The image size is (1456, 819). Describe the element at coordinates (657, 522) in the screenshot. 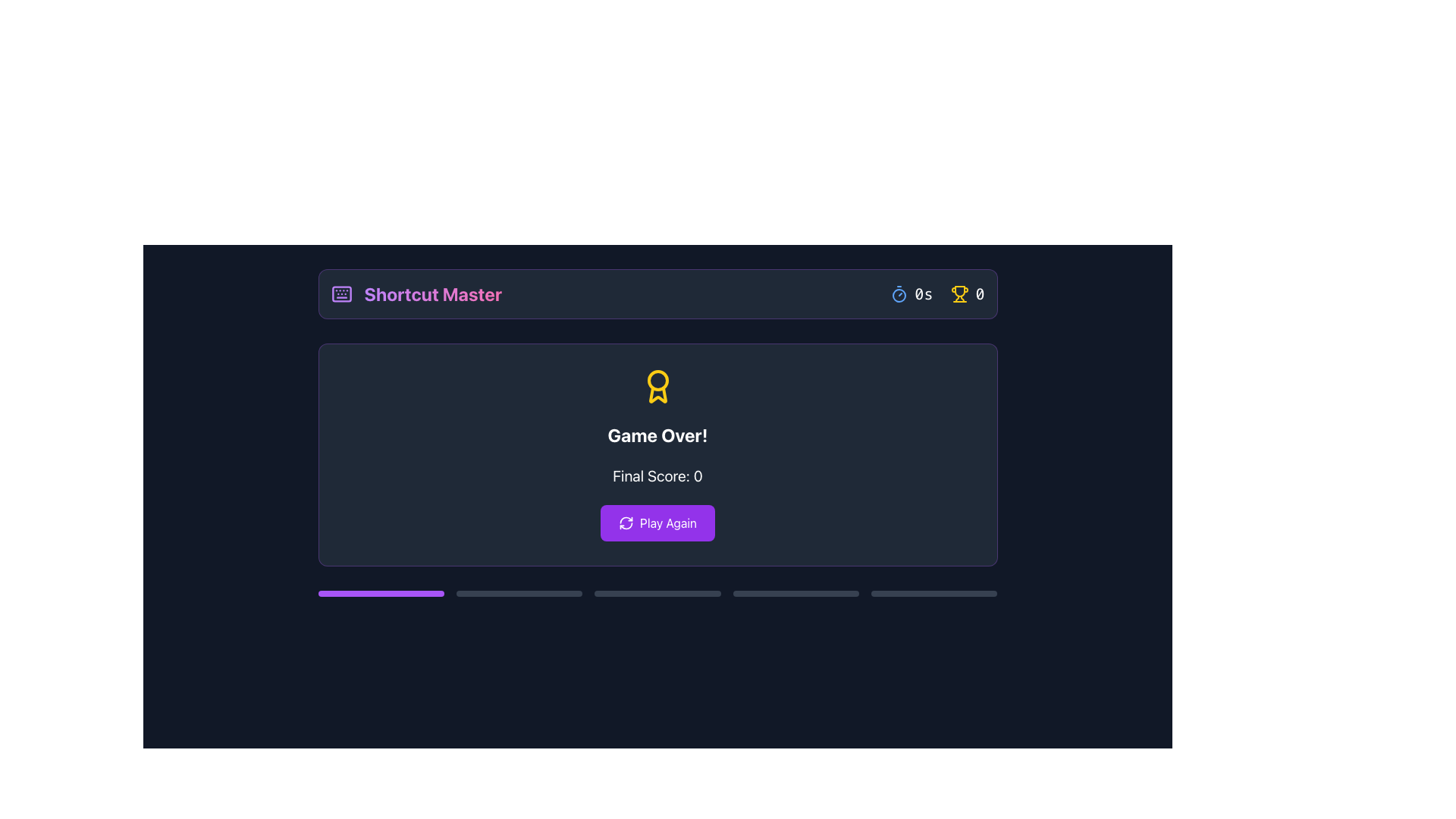

I see `the 'Play Again' button with a purple background and rounded corners for keyboard interaction` at that location.